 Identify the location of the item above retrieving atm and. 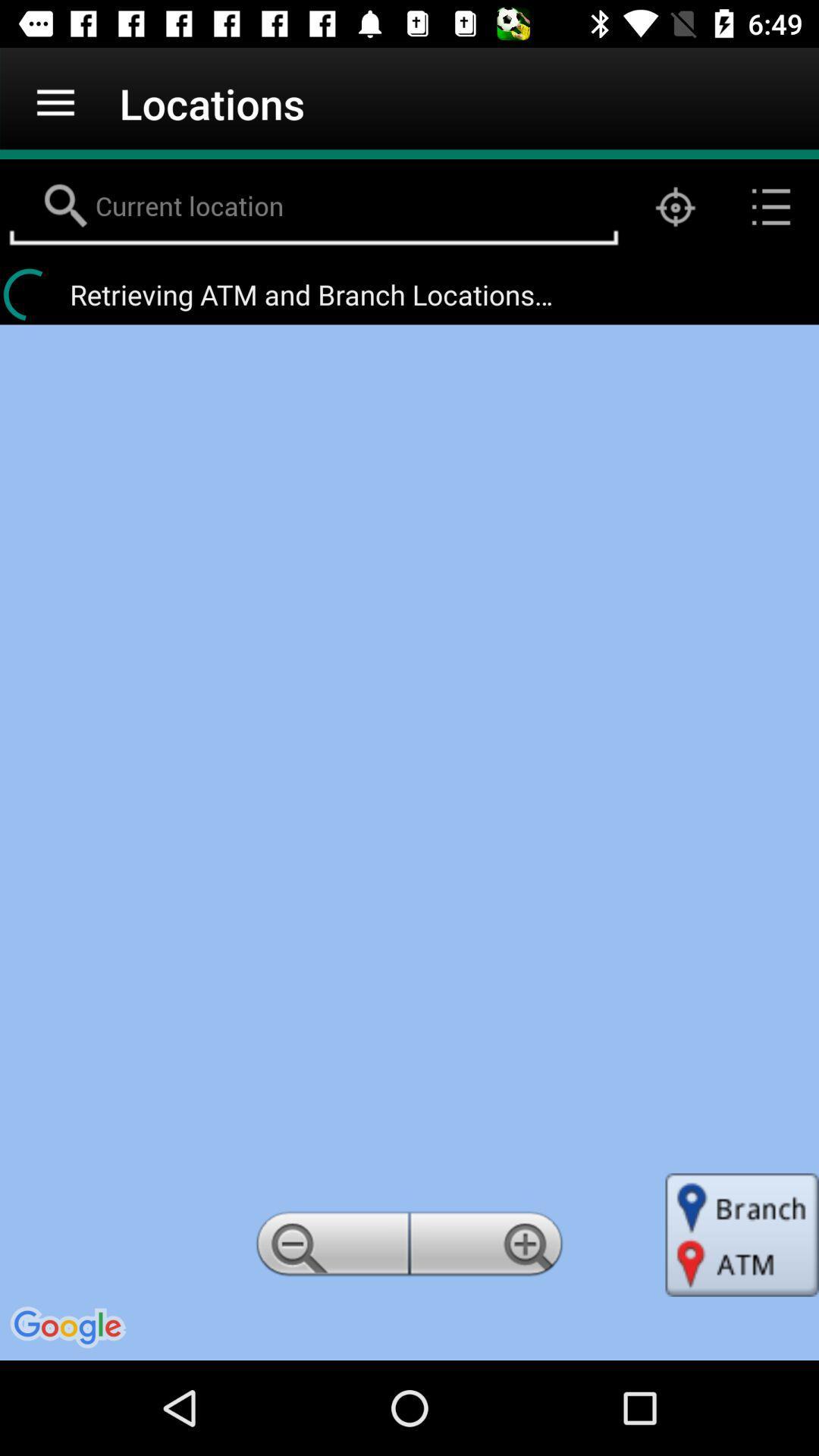
(771, 206).